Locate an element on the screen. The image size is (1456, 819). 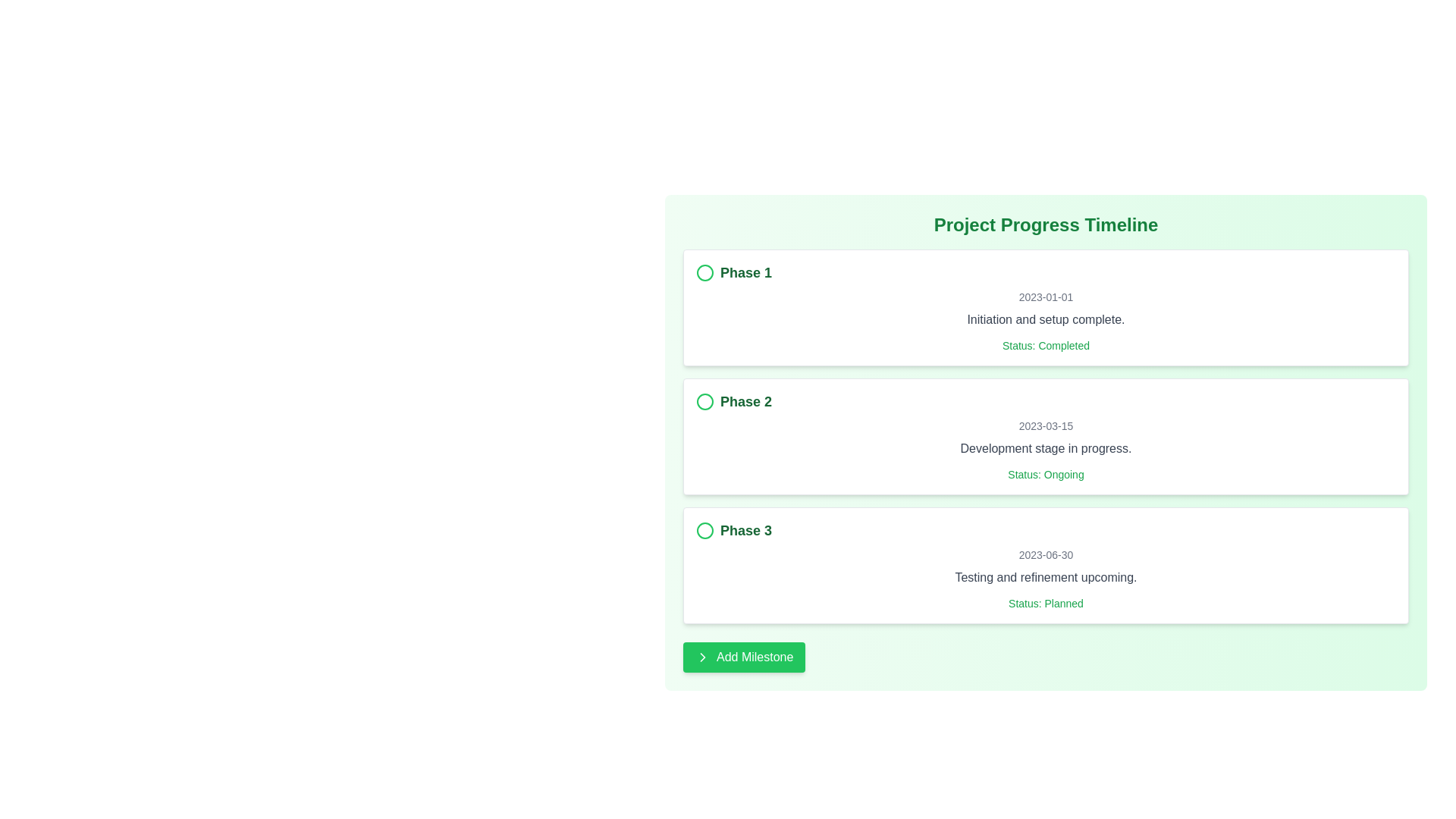
the chevron icon located within the 'Add Milestone' button at the bottom of the interface, which indicates forward navigation for confirming a milestone addition is located at coordinates (701, 657).